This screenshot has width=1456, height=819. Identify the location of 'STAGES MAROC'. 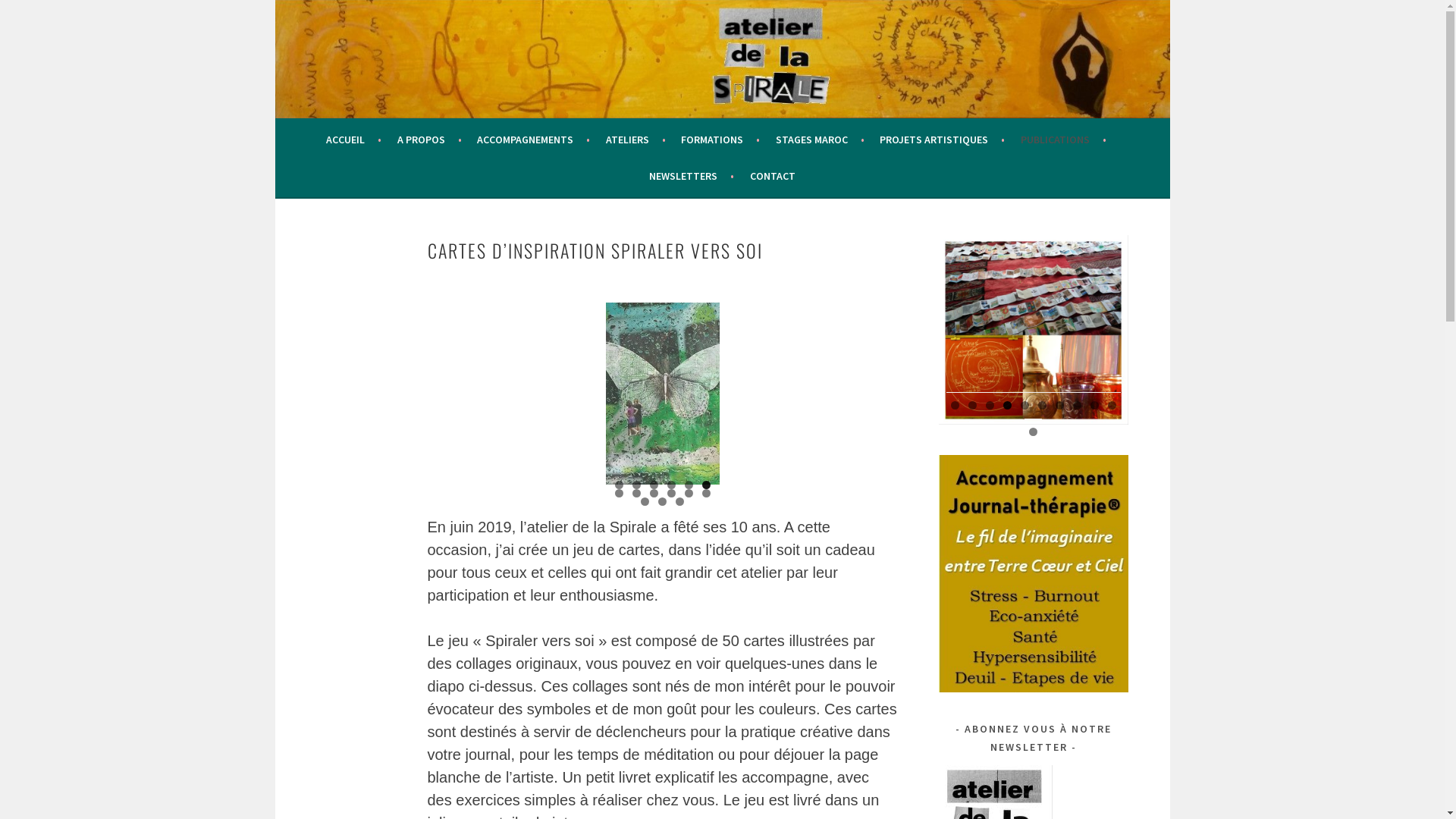
(819, 140).